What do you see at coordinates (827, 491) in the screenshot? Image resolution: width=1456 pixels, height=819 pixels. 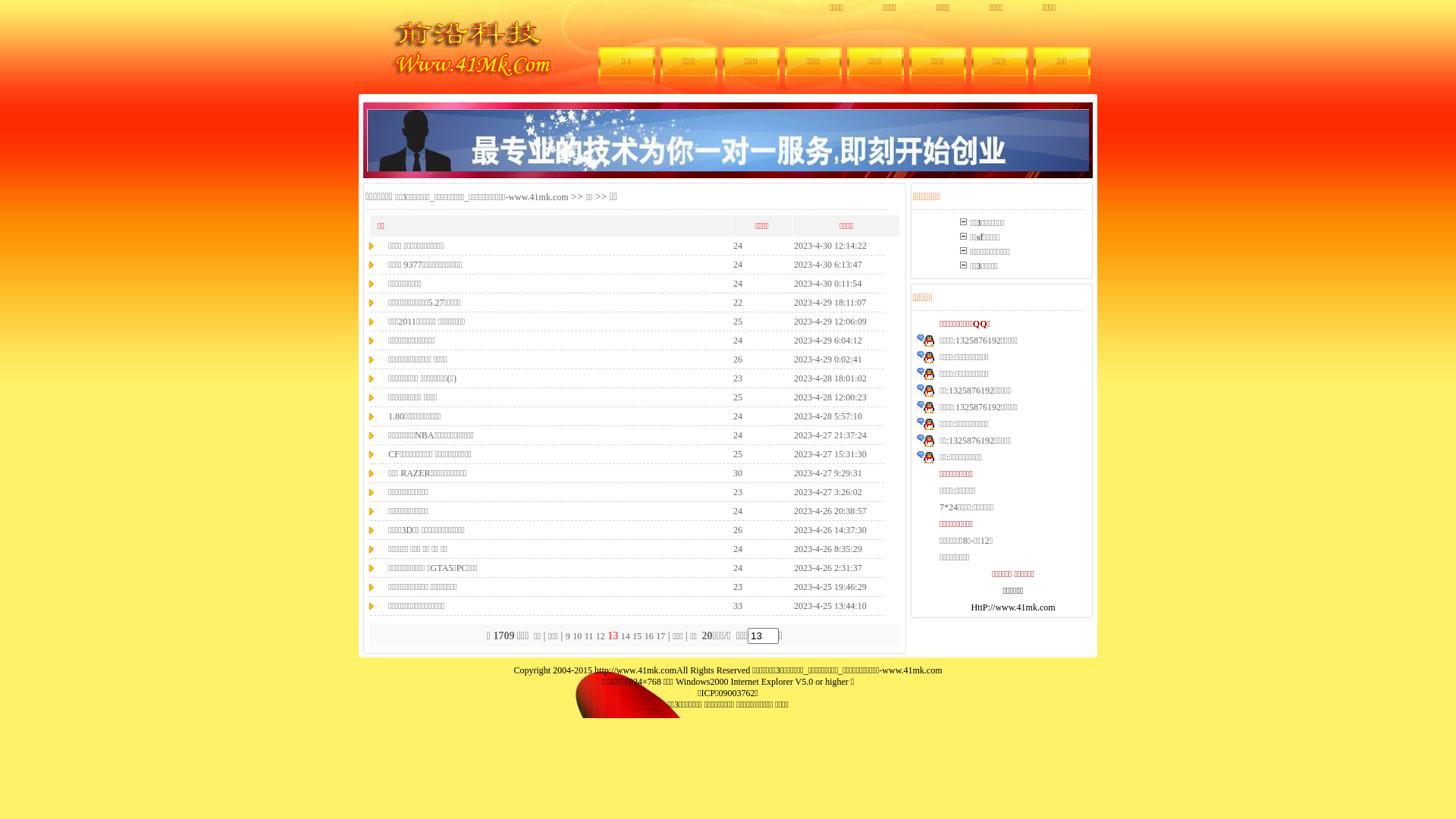 I see `'2023-4-27 3:26:02'` at bounding box center [827, 491].